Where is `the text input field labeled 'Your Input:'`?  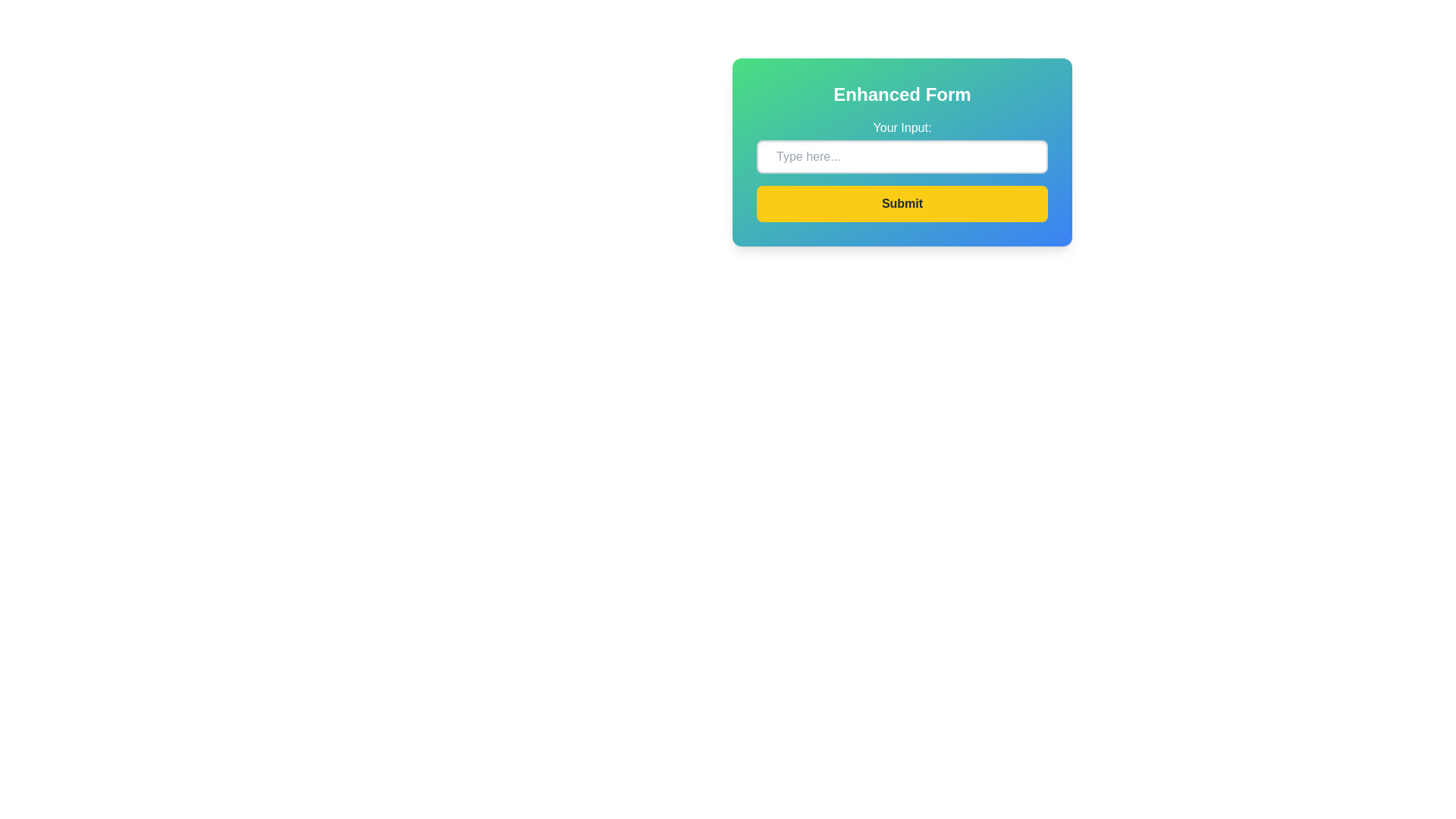 the text input field labeled 'Your Input:' is located at coordinates (902, 146).